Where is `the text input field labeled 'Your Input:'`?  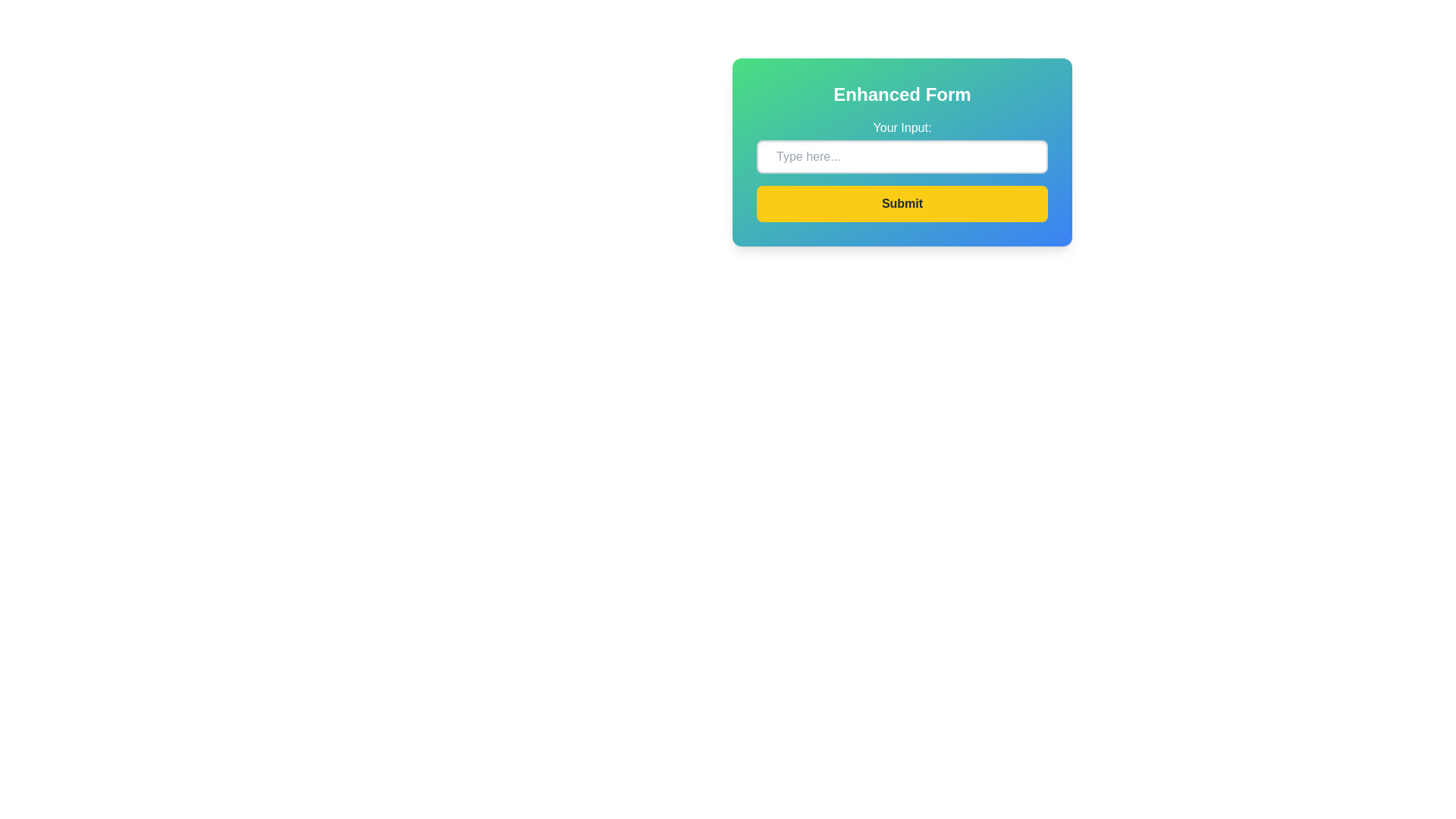 the text input field labeled 'Your Input:' is located at coordinates (902, 146).